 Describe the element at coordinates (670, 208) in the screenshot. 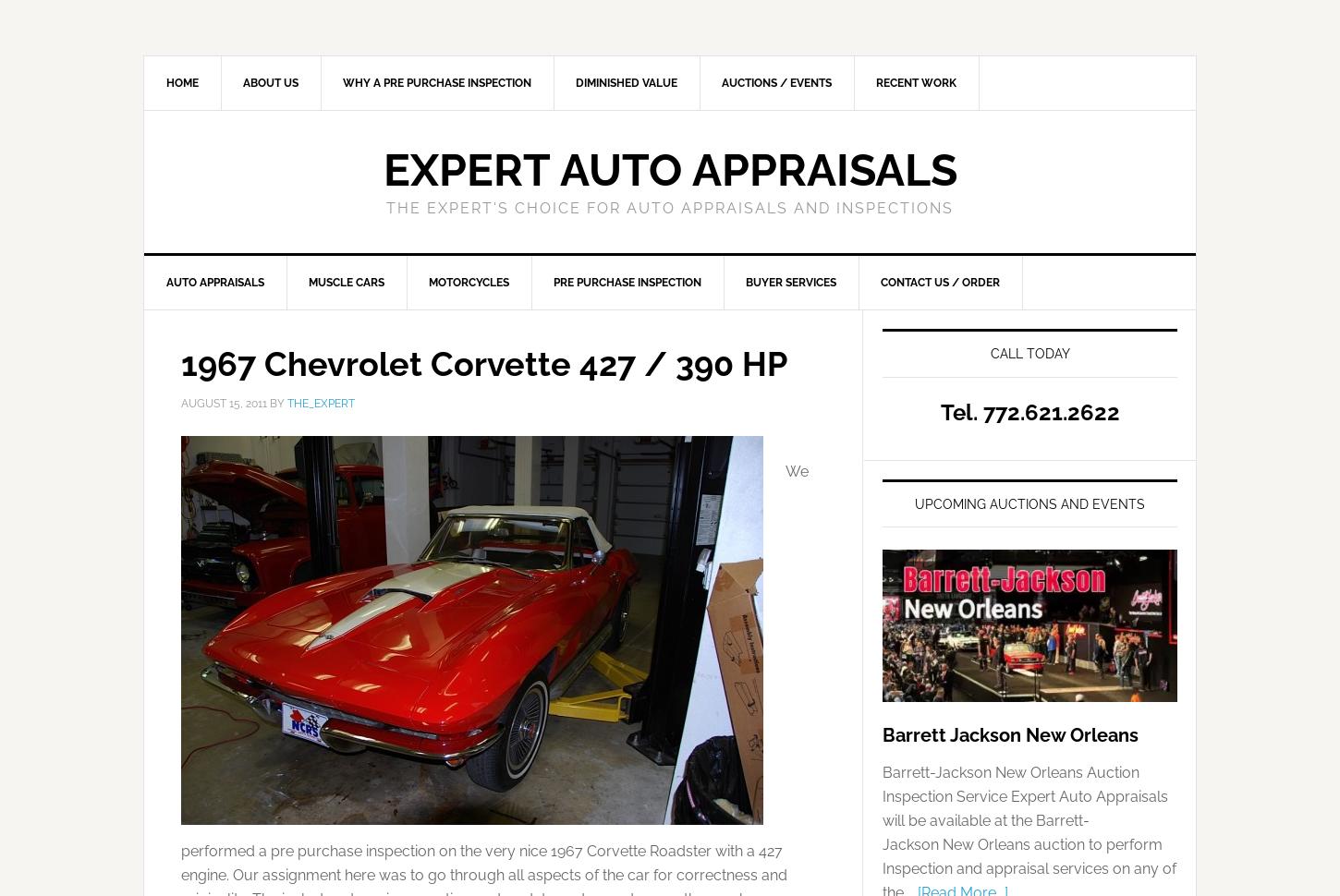

I see `'The Expert's Choice for Auto Appraisals and Inspections'` at that location.